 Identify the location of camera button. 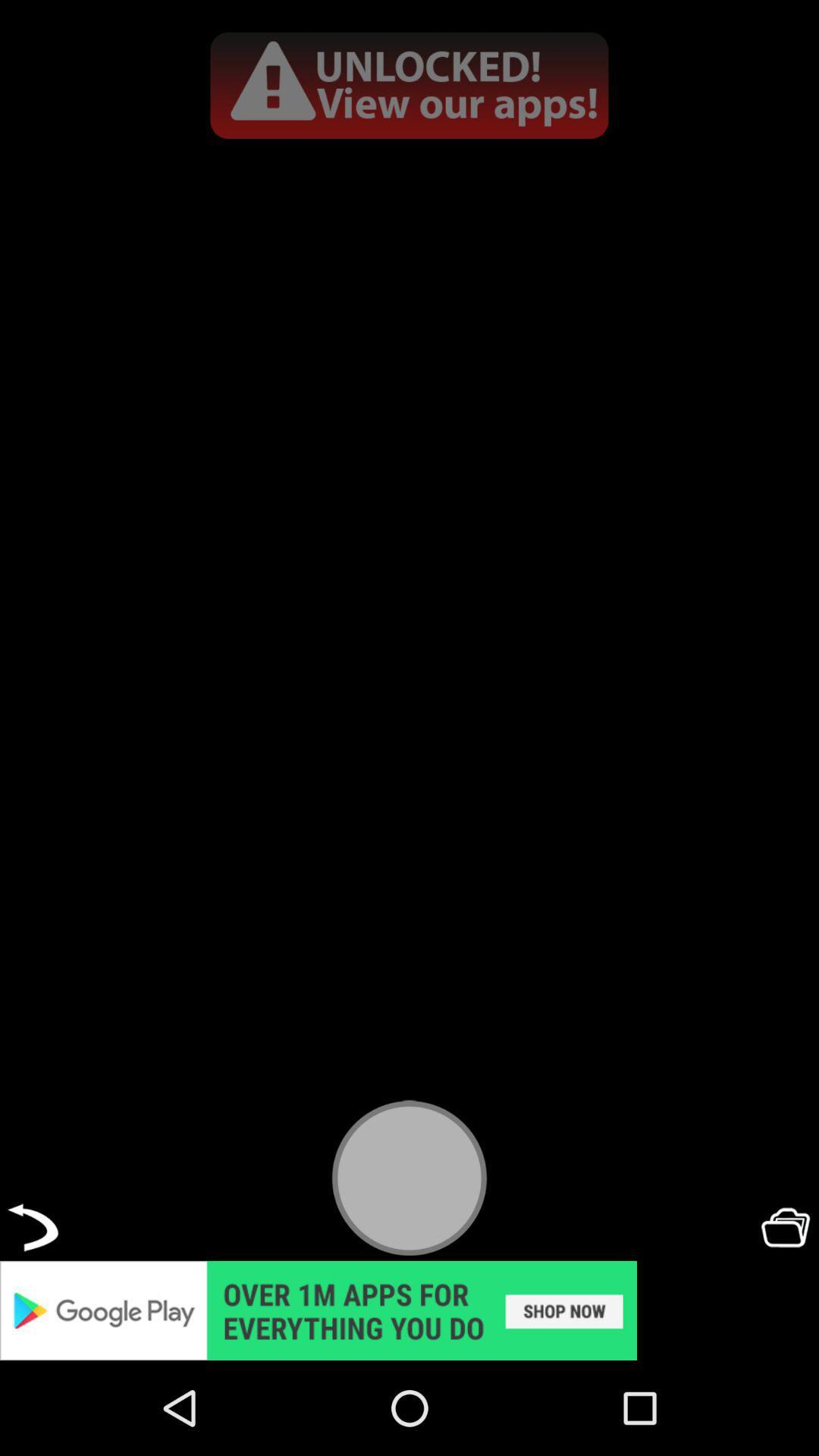
(409, 1177).